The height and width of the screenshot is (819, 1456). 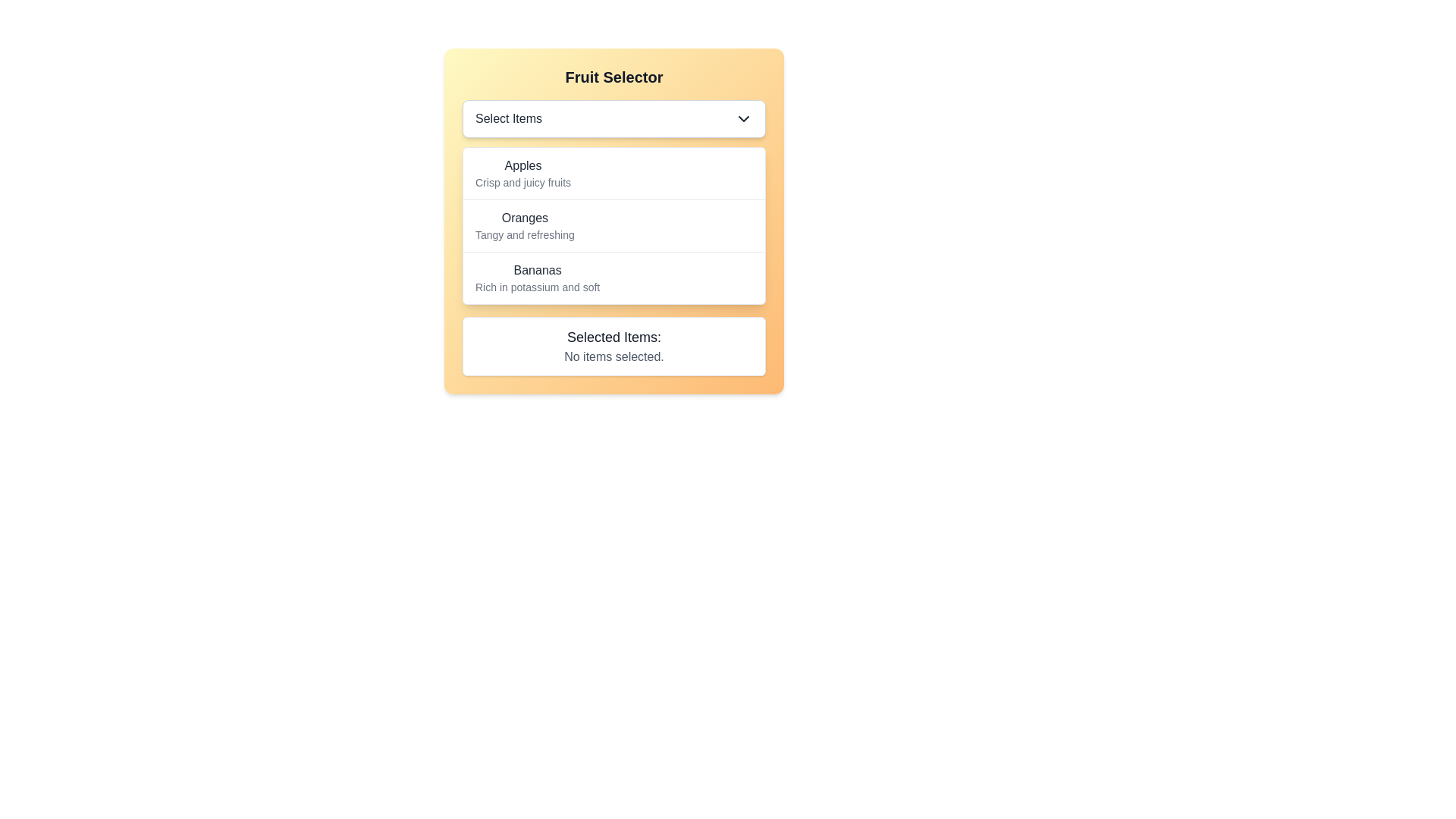 I want to click on the text label providing additional information about 'Apples' in the dropdown menu, which is positioned beneath the bold text 'Apples', so click(x=523, y=181).